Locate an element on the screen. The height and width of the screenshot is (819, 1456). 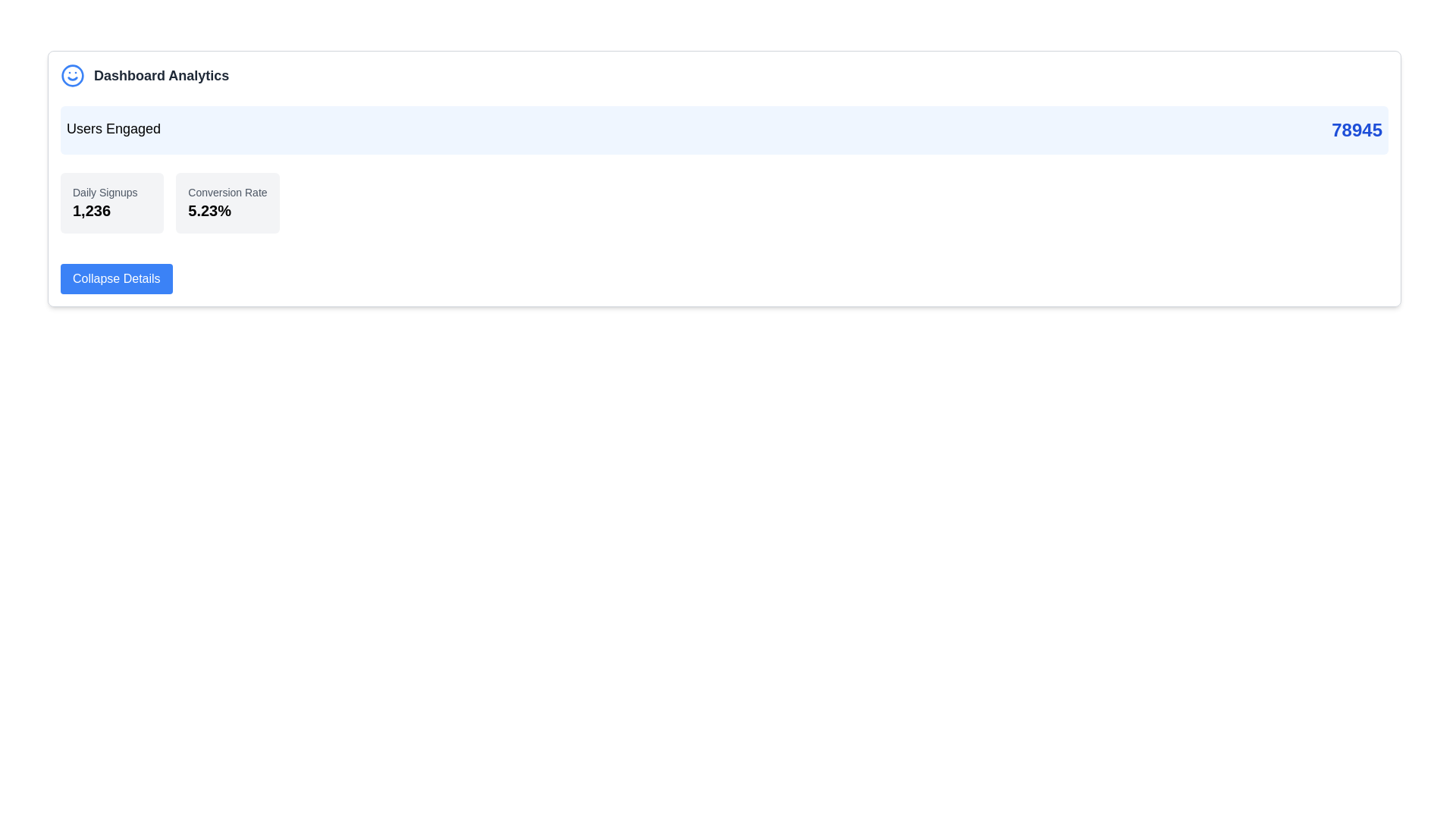
the decorative icon located in the top-left corner of the 'Dashboard Analytics' header section, immediately preceding the text block 'Dashboard Analytics' is located at coordinates (72, 76).